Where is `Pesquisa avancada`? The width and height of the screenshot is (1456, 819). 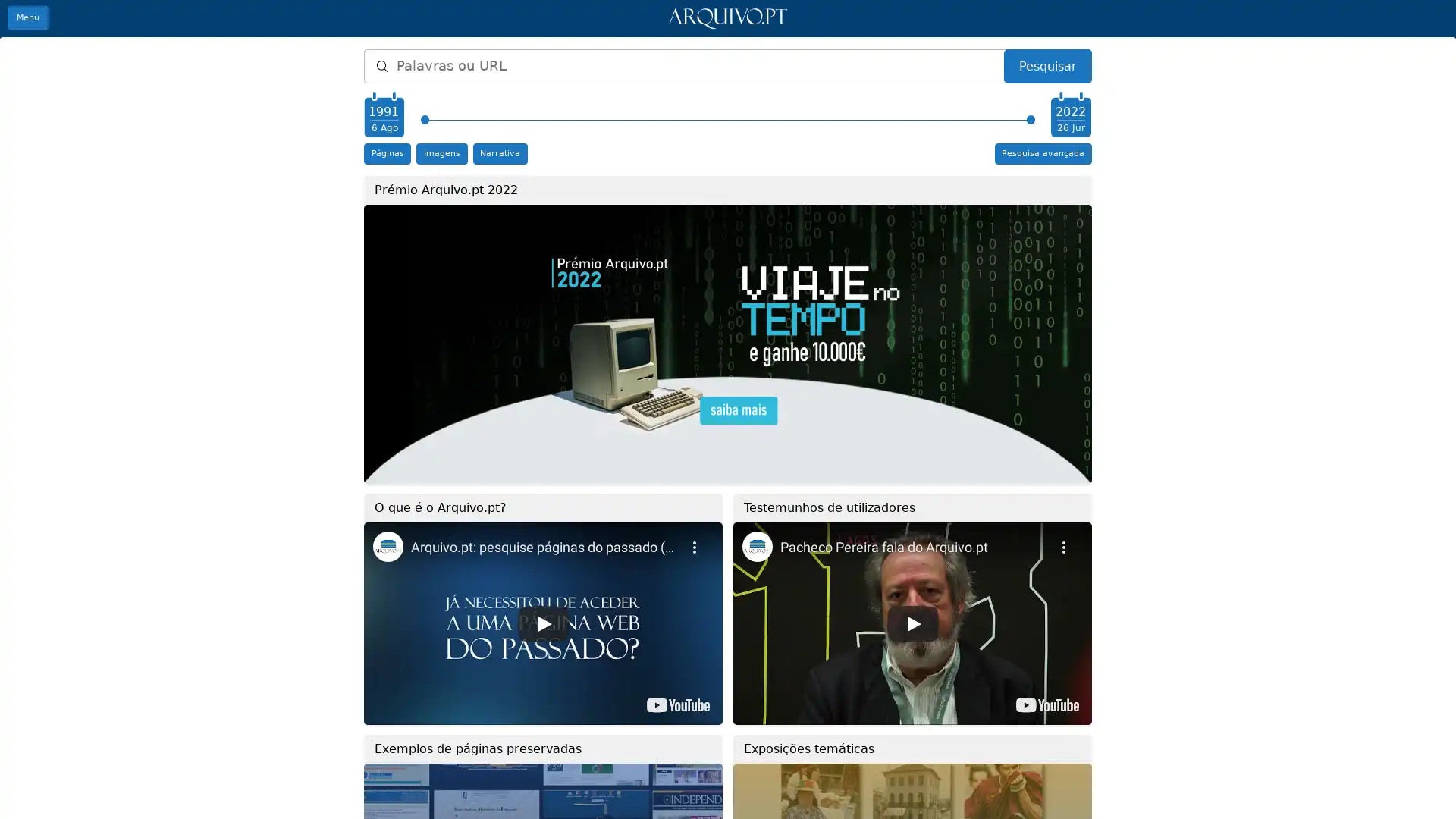
Pesquisa avancada is located at coordinates (1042, 153).